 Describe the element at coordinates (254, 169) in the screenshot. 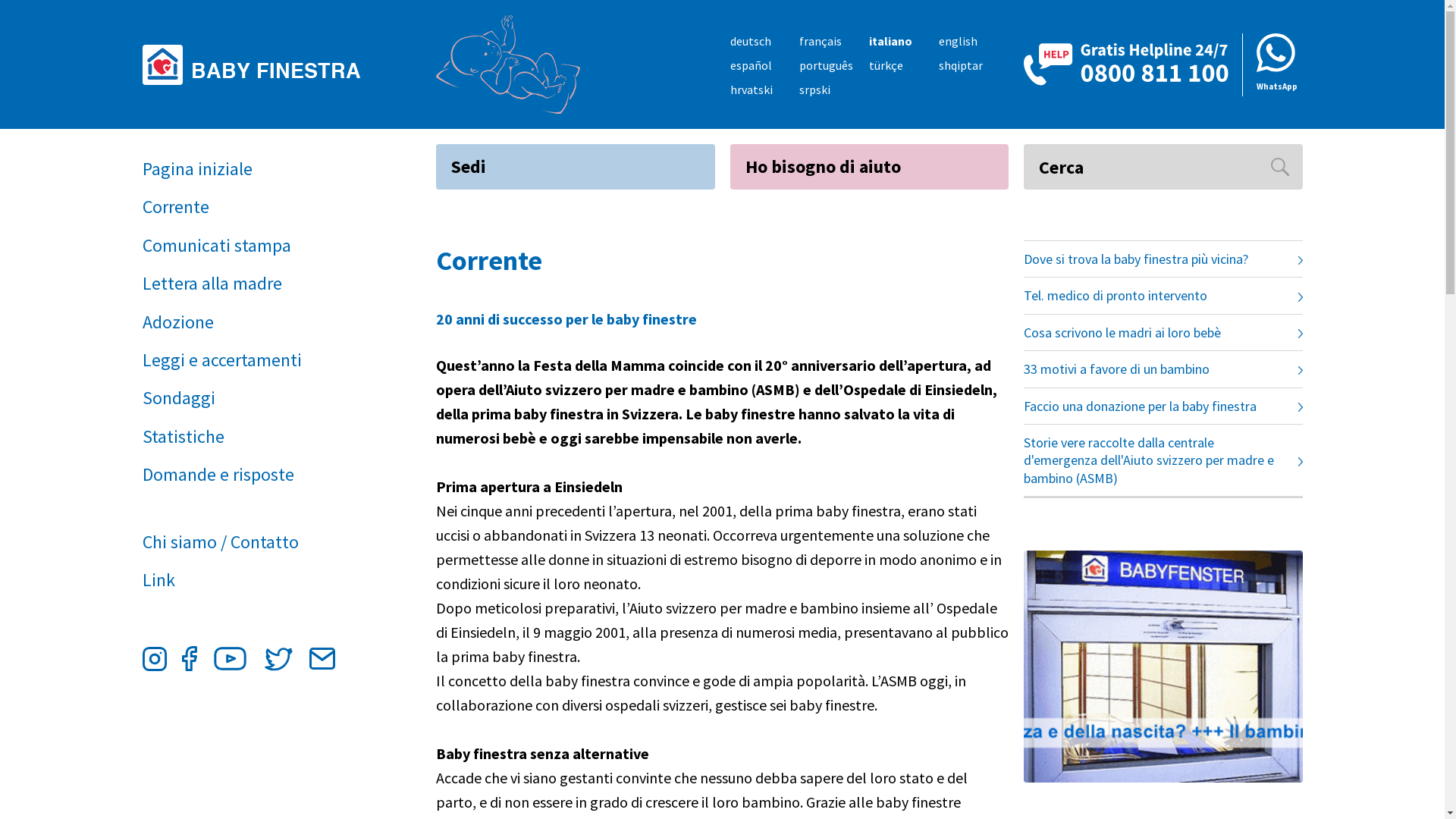

I see `'Pagina iniziale'` at that location.